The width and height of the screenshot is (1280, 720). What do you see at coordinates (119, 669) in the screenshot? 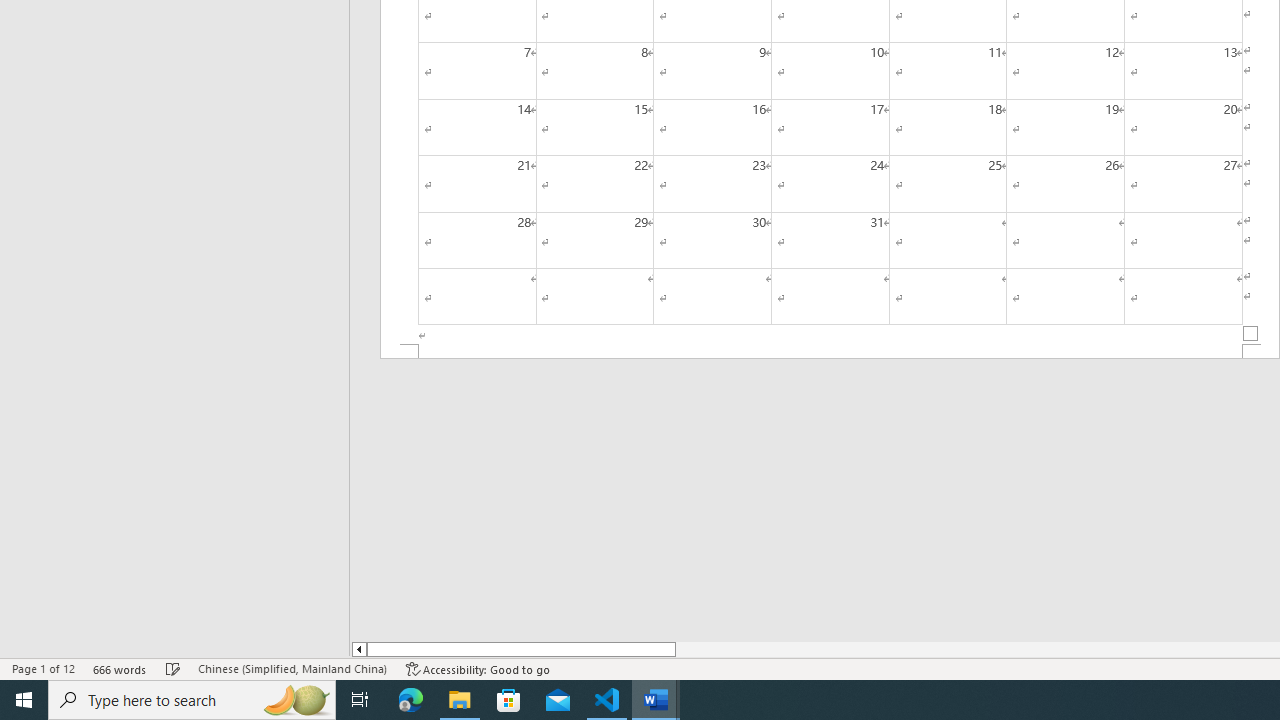
I see `'Word Count 666 words'` at bounding box center [119, 669].